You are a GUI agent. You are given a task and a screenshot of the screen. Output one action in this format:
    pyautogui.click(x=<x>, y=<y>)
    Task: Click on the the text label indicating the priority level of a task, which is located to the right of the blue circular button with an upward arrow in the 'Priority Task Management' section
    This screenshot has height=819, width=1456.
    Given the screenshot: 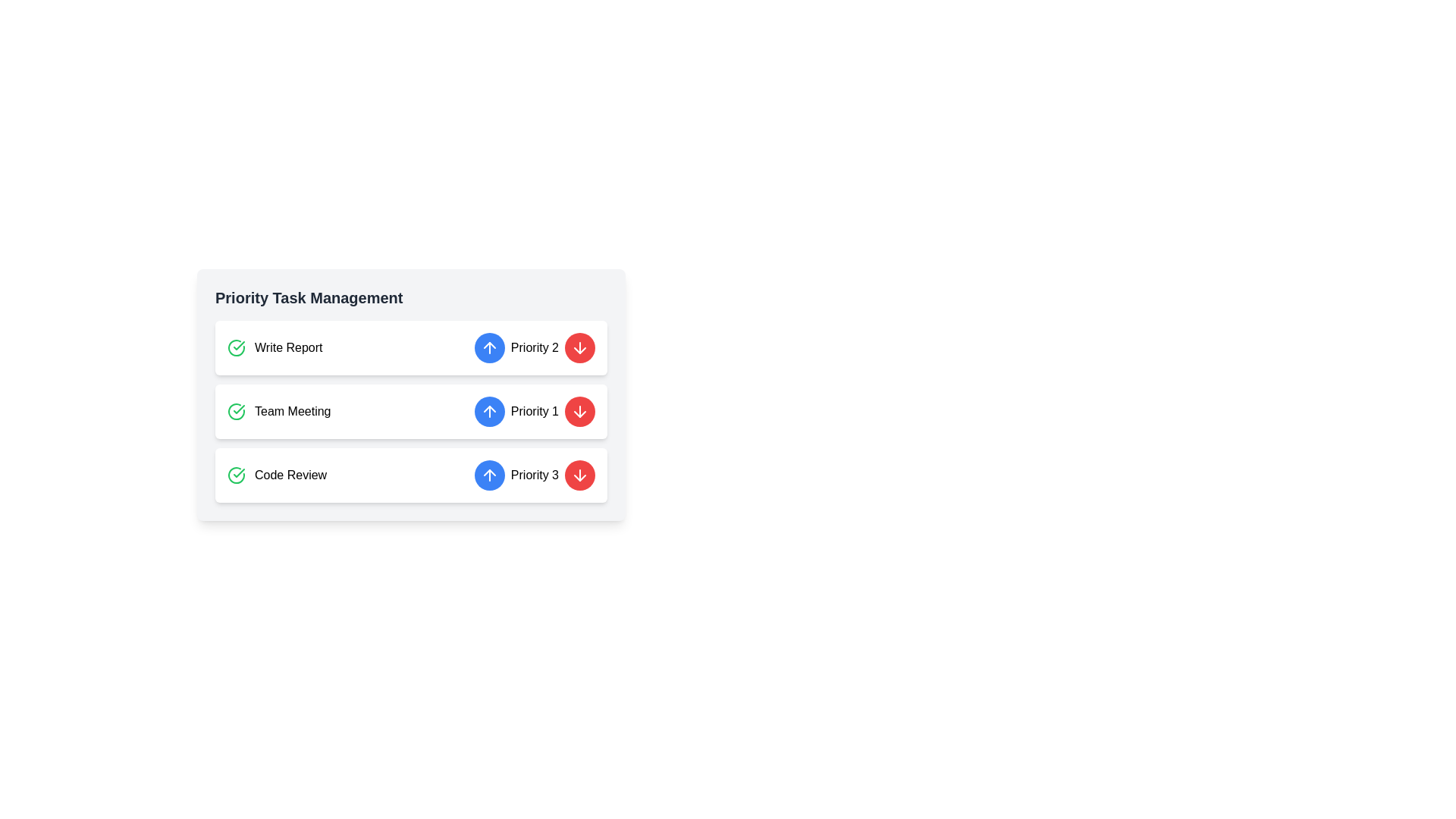 What is the action you would take?
    pyautogui.click(x=535, y=412)
    